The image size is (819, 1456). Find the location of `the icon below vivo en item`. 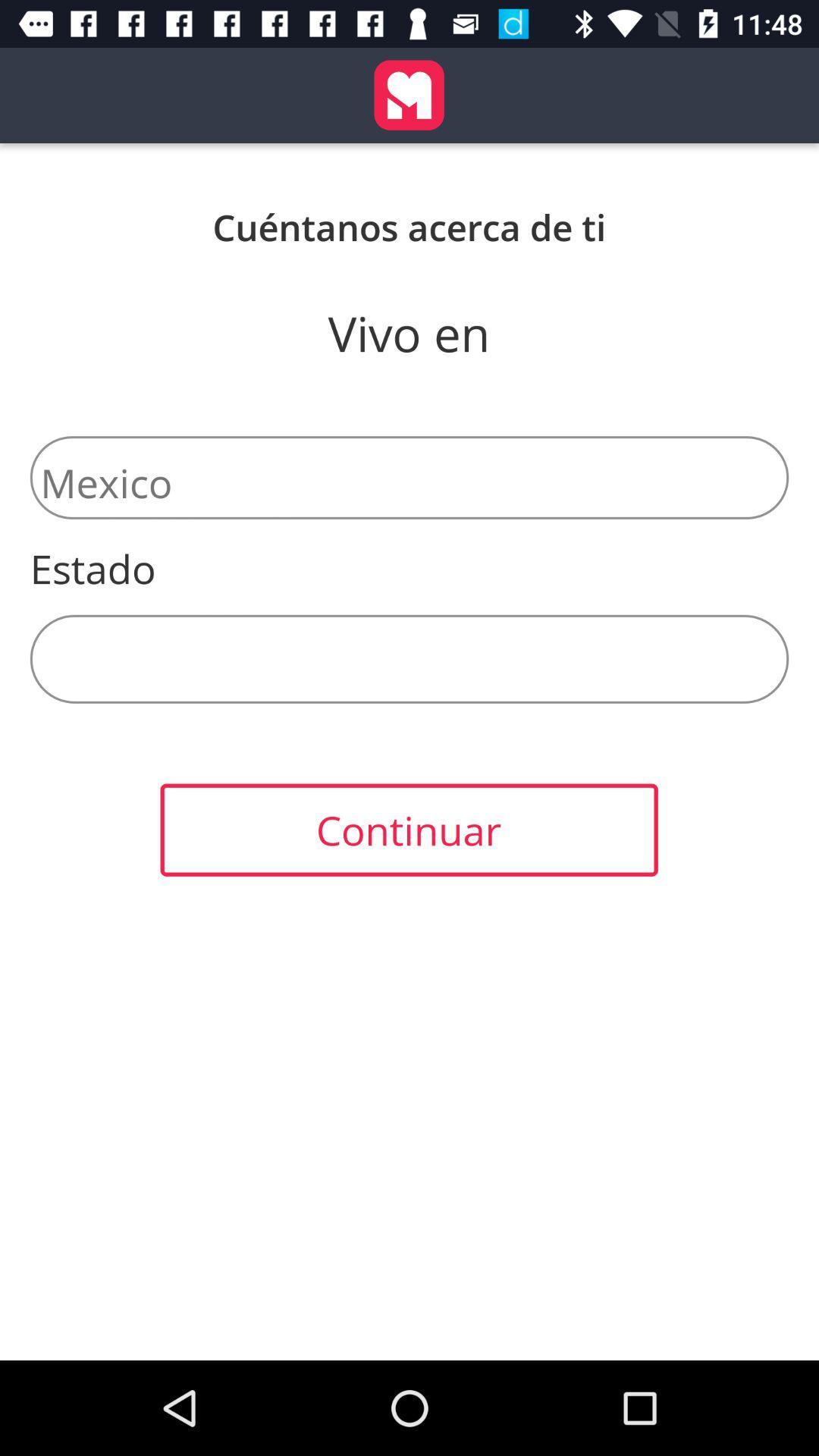

the icon below vivo en item is located at coordinates (409, 476).